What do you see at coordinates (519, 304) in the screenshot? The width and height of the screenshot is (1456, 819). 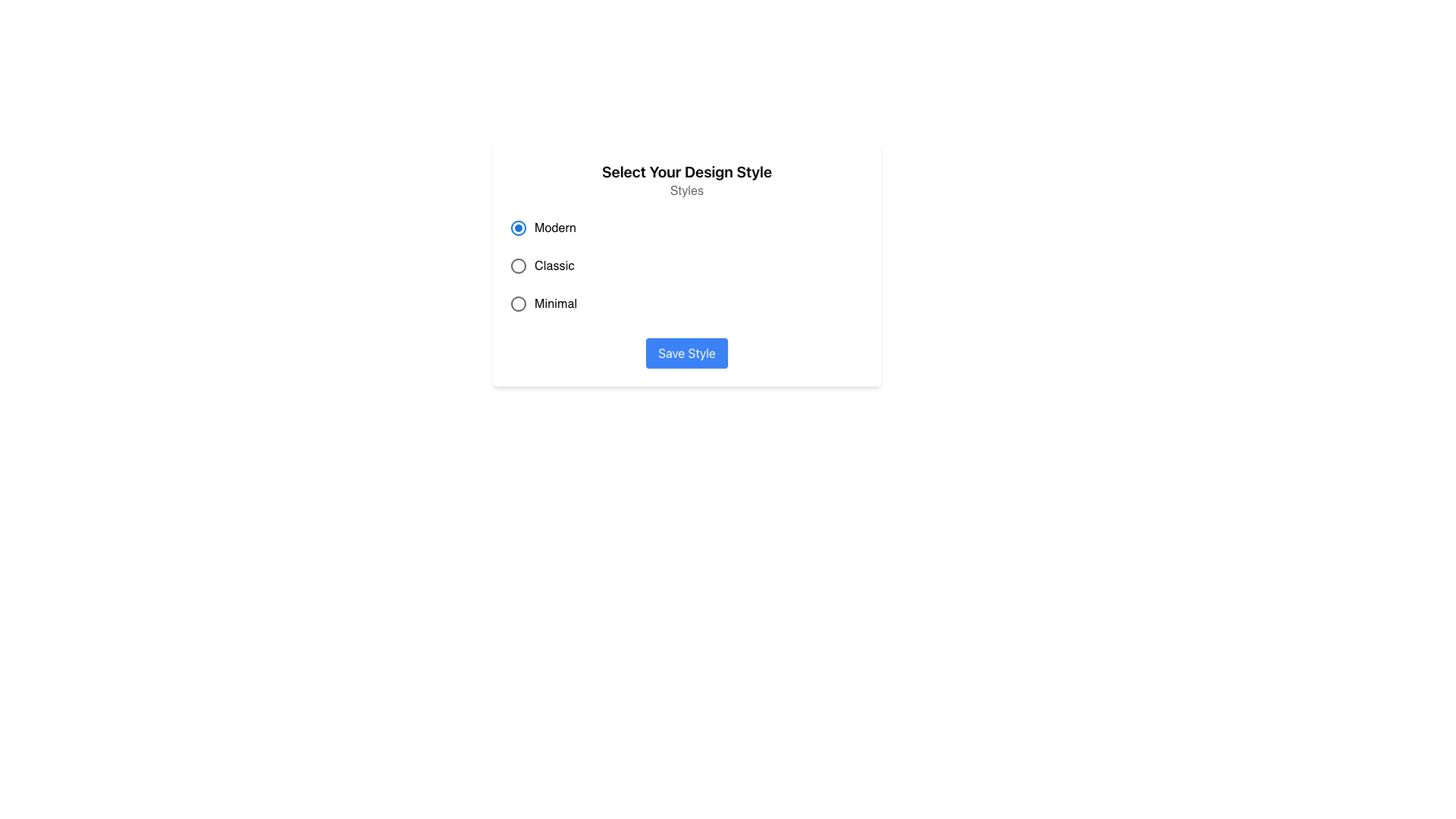 I see `the third radio button labeled 'Minimal'` at bounding box center [519, 304].